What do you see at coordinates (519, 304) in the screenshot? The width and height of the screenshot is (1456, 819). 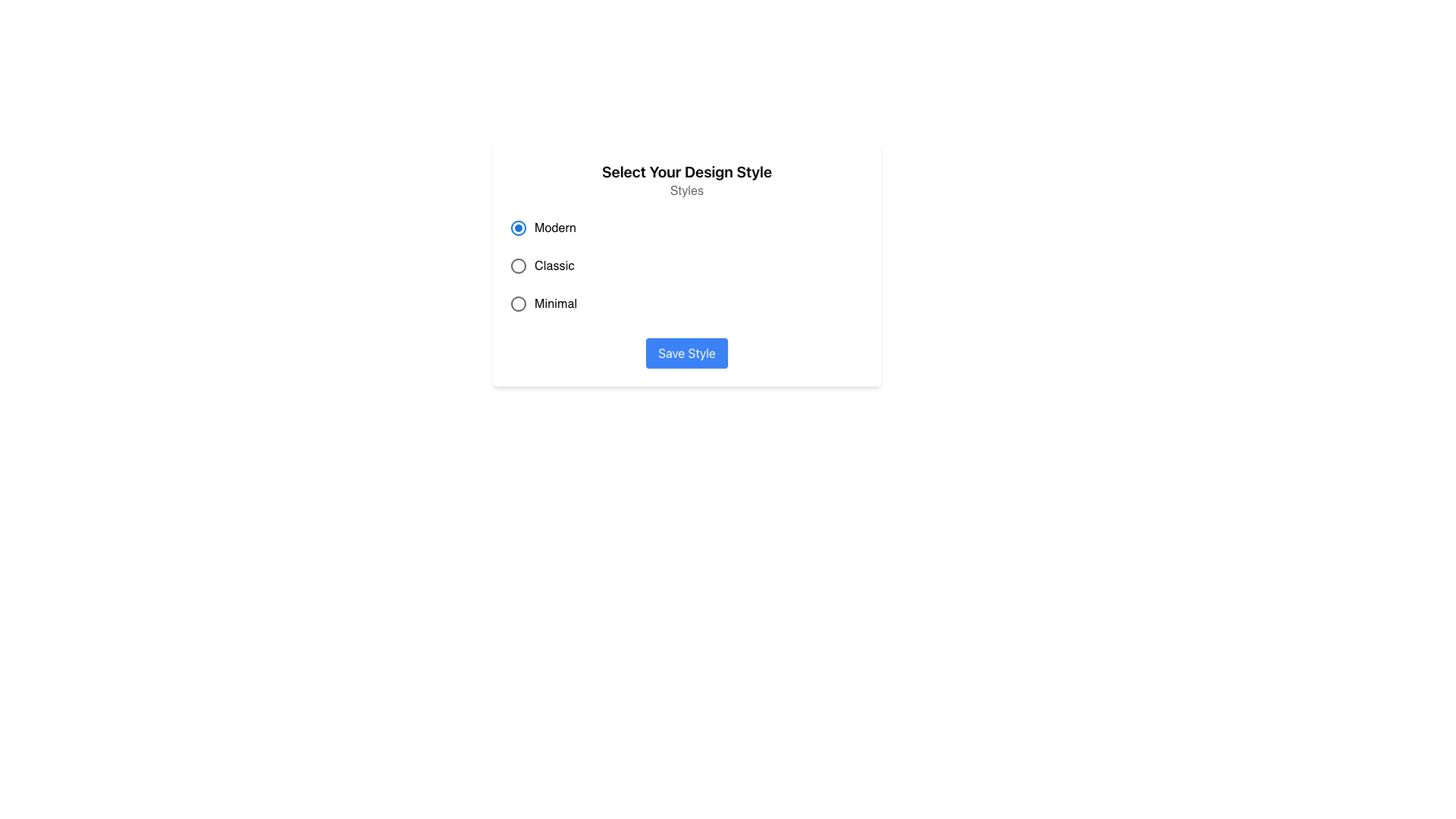 I see `the third radio button labeled 'Minimal'` at bounding box center [519, 304].